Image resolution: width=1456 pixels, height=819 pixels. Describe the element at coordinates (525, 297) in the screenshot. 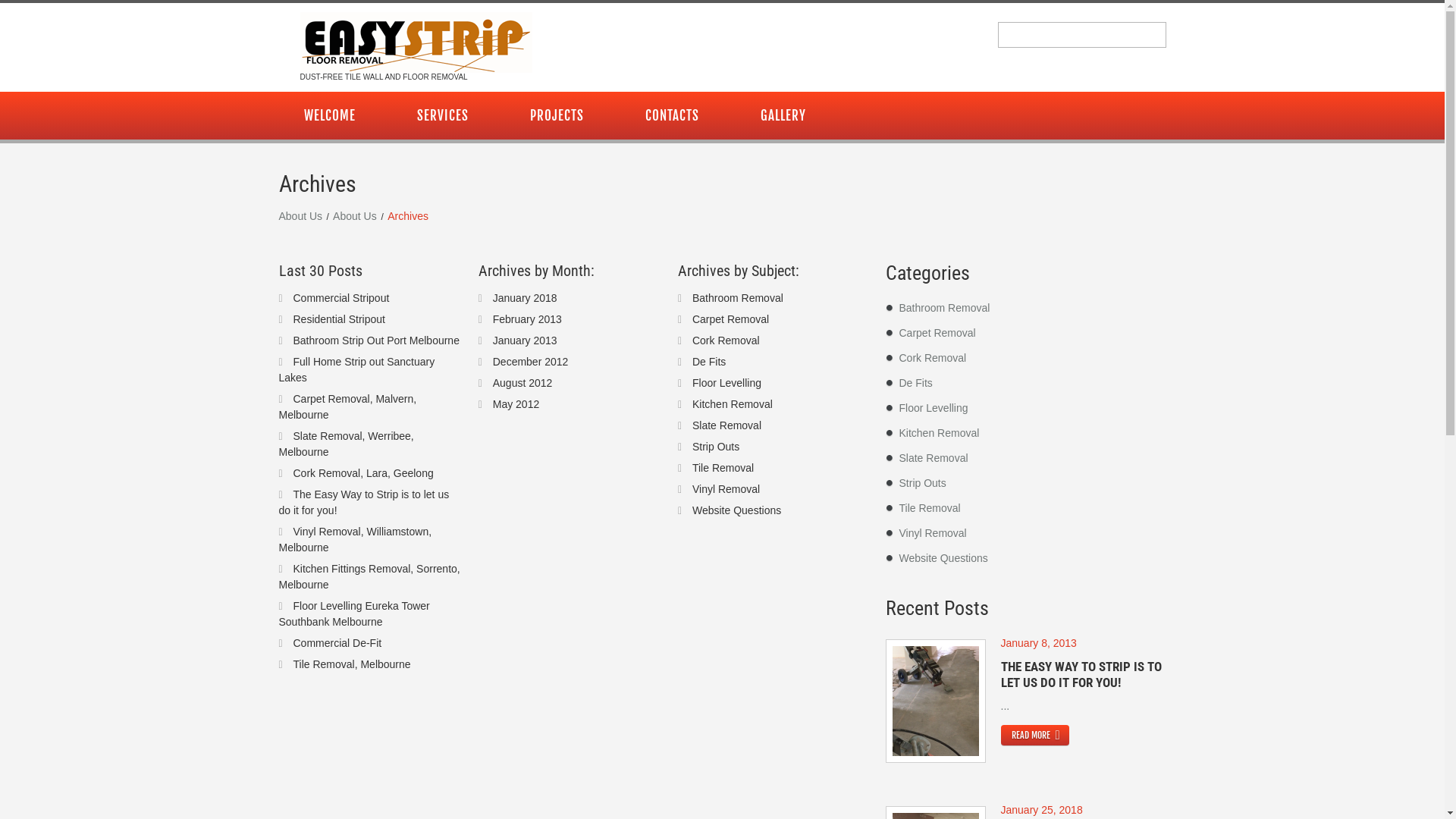

I see `'January 2018'` at that location.